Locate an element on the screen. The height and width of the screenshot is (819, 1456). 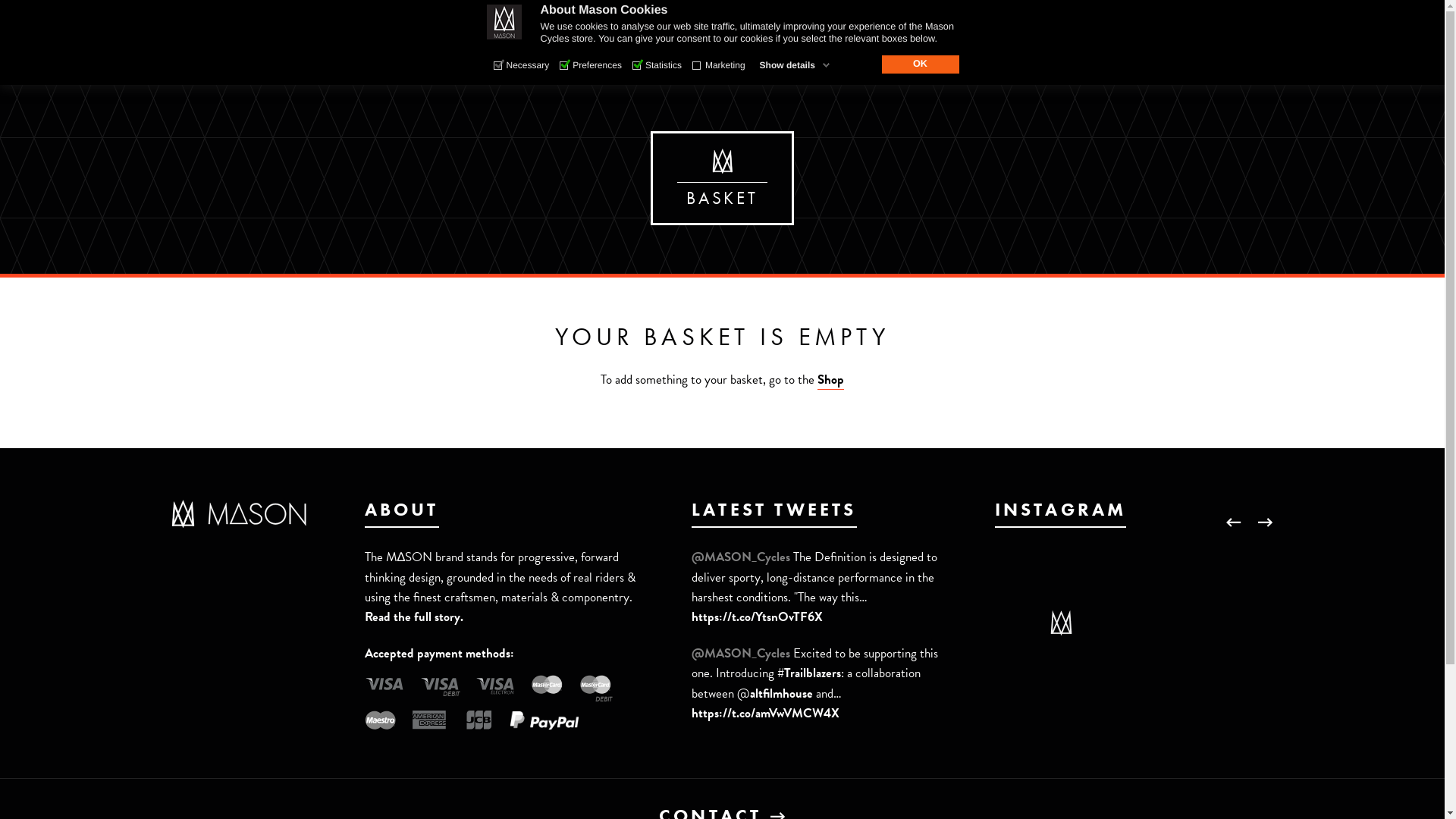
'Read the full story.' is located at coordinates (414, 617).